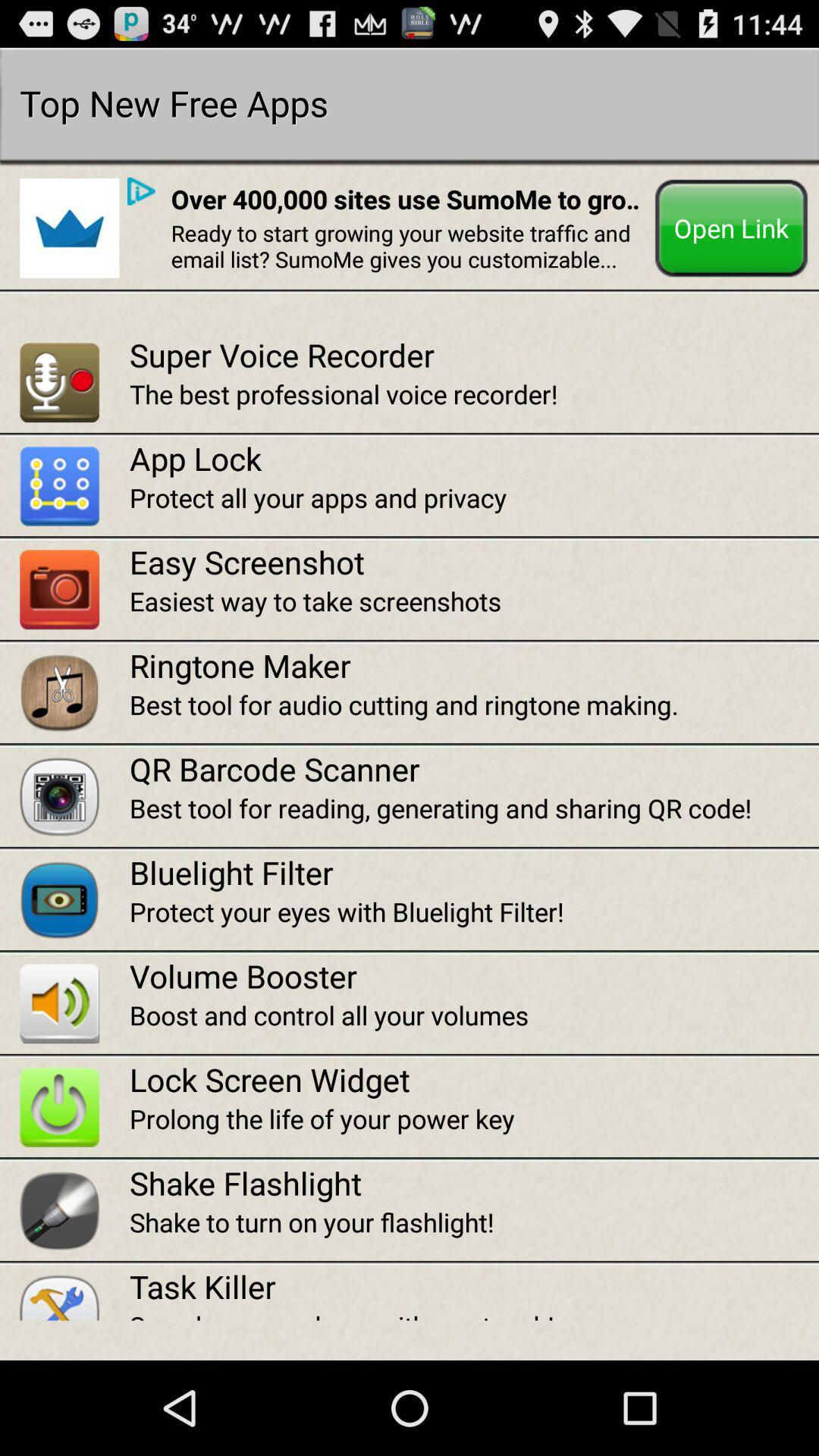 The image size is (819, 1456). I want to click on the task killer item, so click(473, 1285).